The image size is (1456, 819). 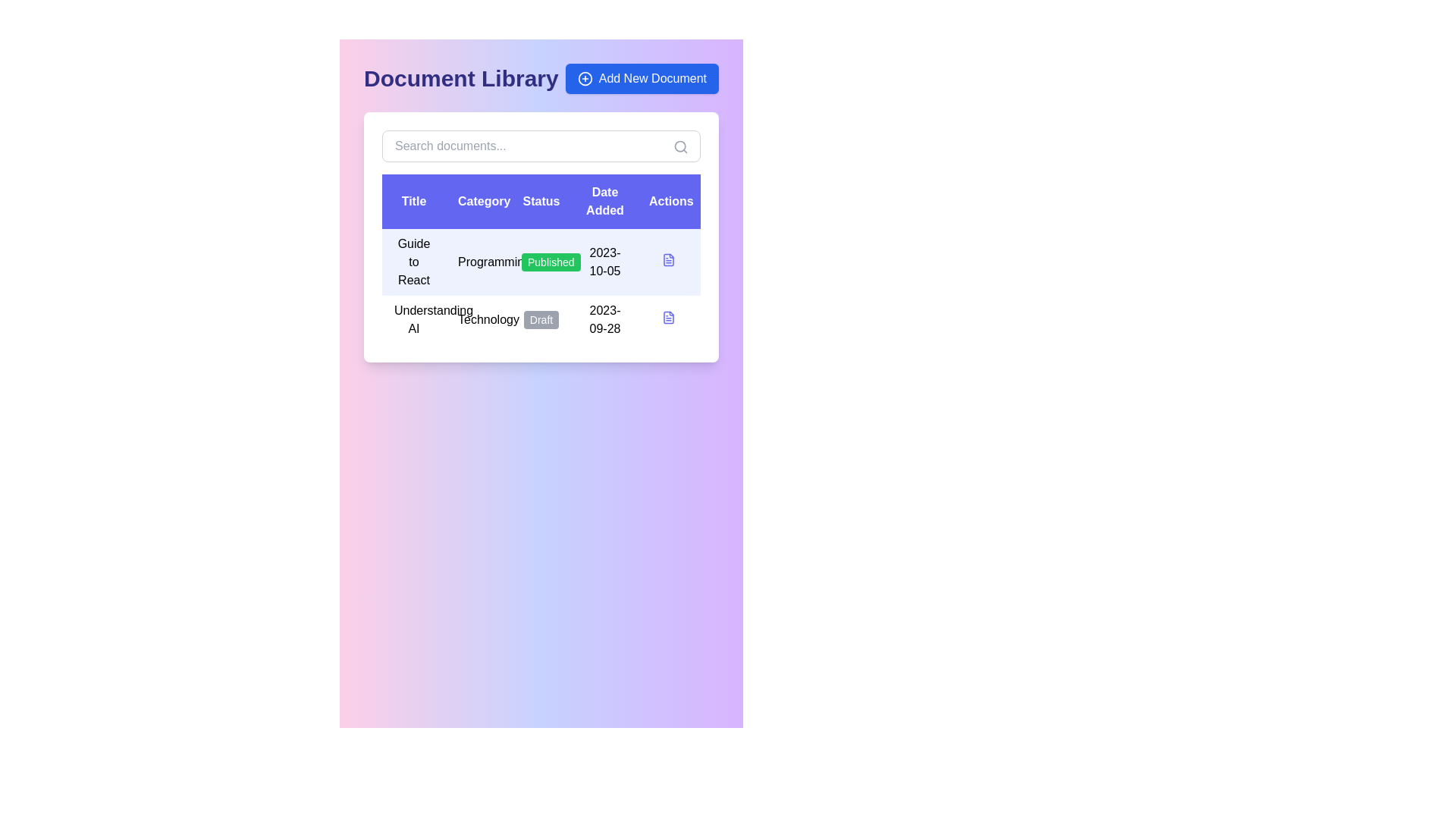 I want to click on the 'Add New Document' button which contains a circular icon with a plus sign, located in the top-right corner of the main interface, so click(x=584, y=79).